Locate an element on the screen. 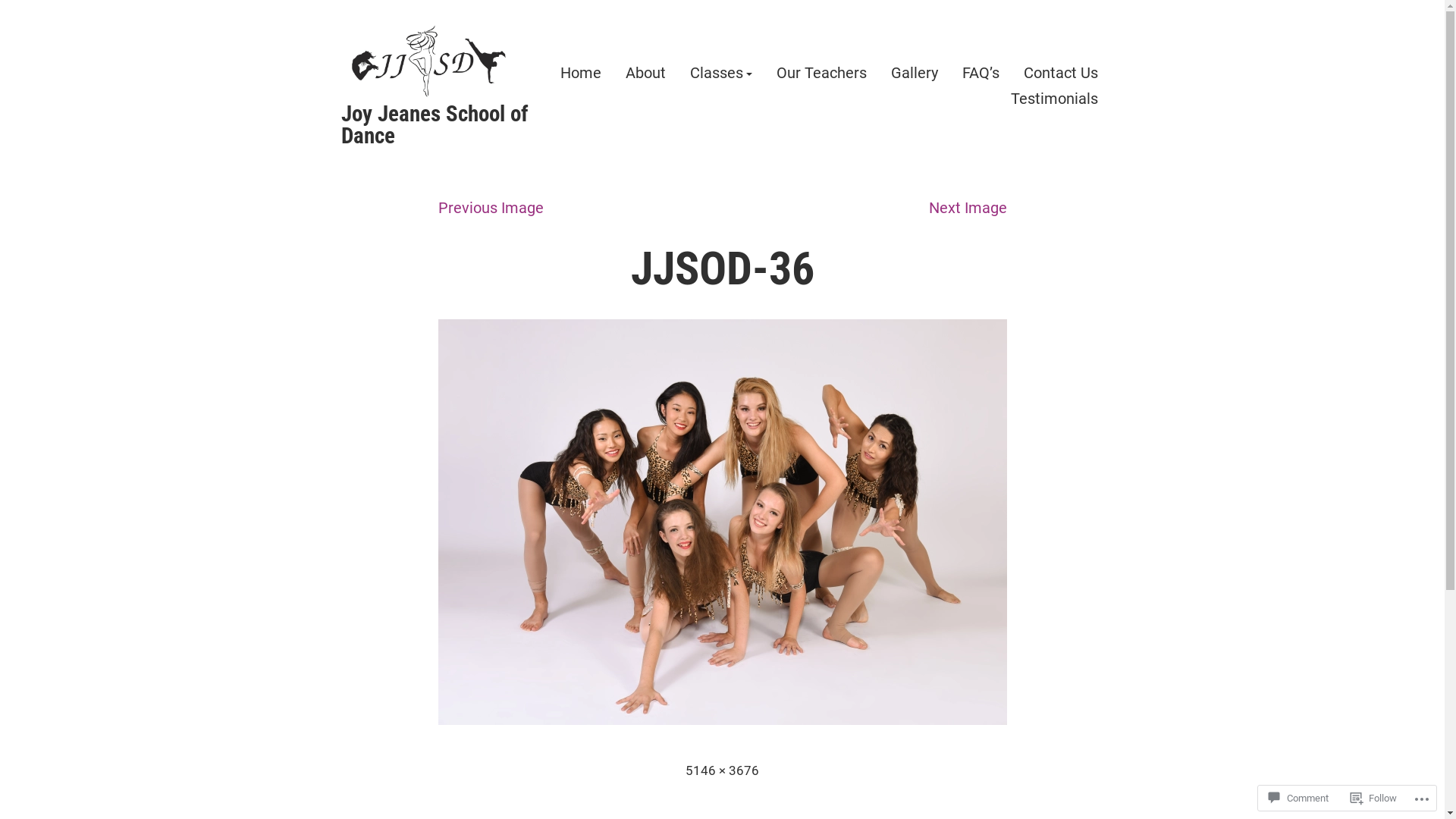 The height and width of the screenshot is (819, 1456). 'Next Image' is located at coordinates (966, 207).